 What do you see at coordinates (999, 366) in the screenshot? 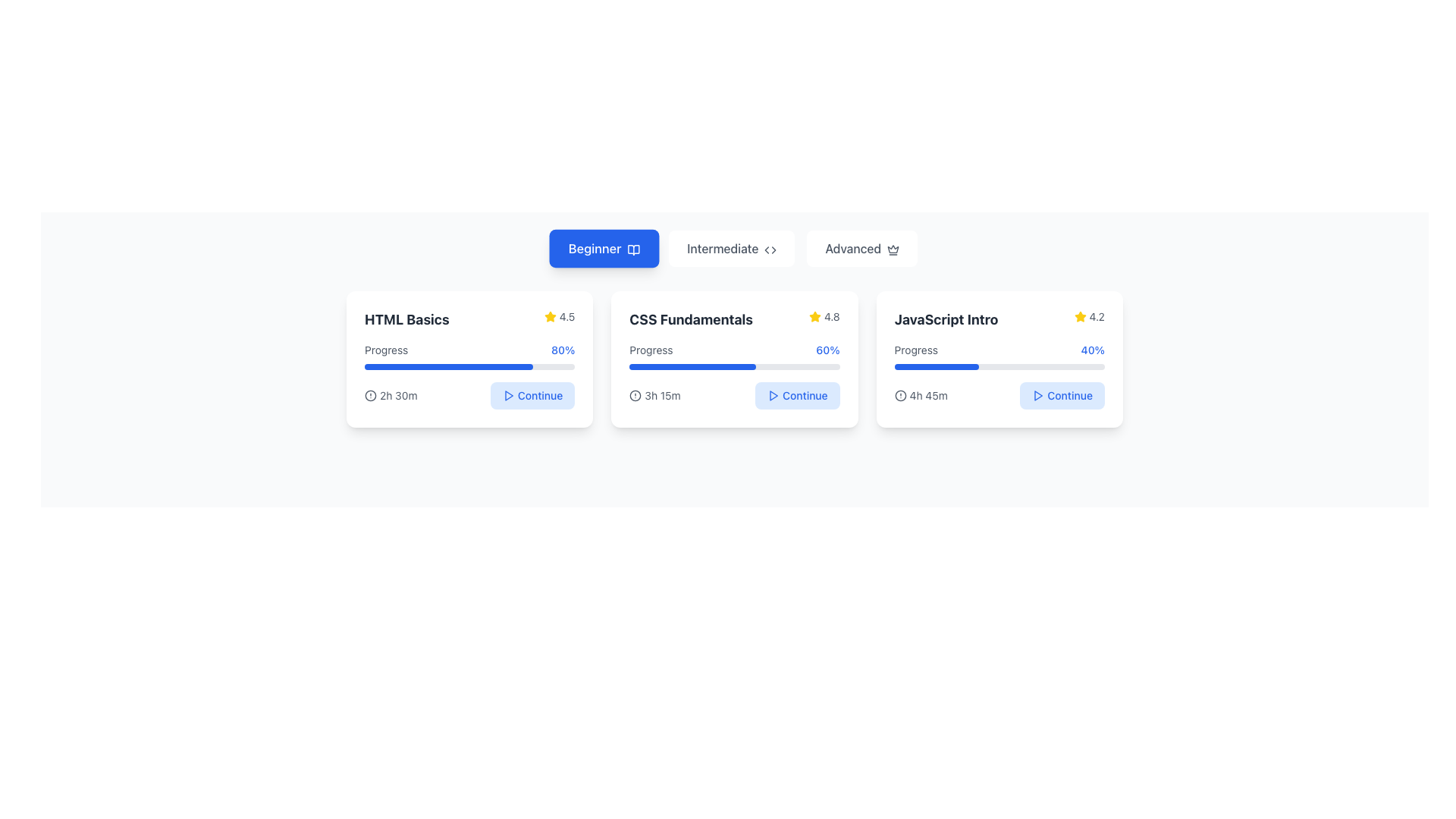
I see `the horizontal progress bar located in the 'JavaScript Intro' section, beneath the text 'Progress' and next to '40%' percentage text` at bounding box center [999, 366].